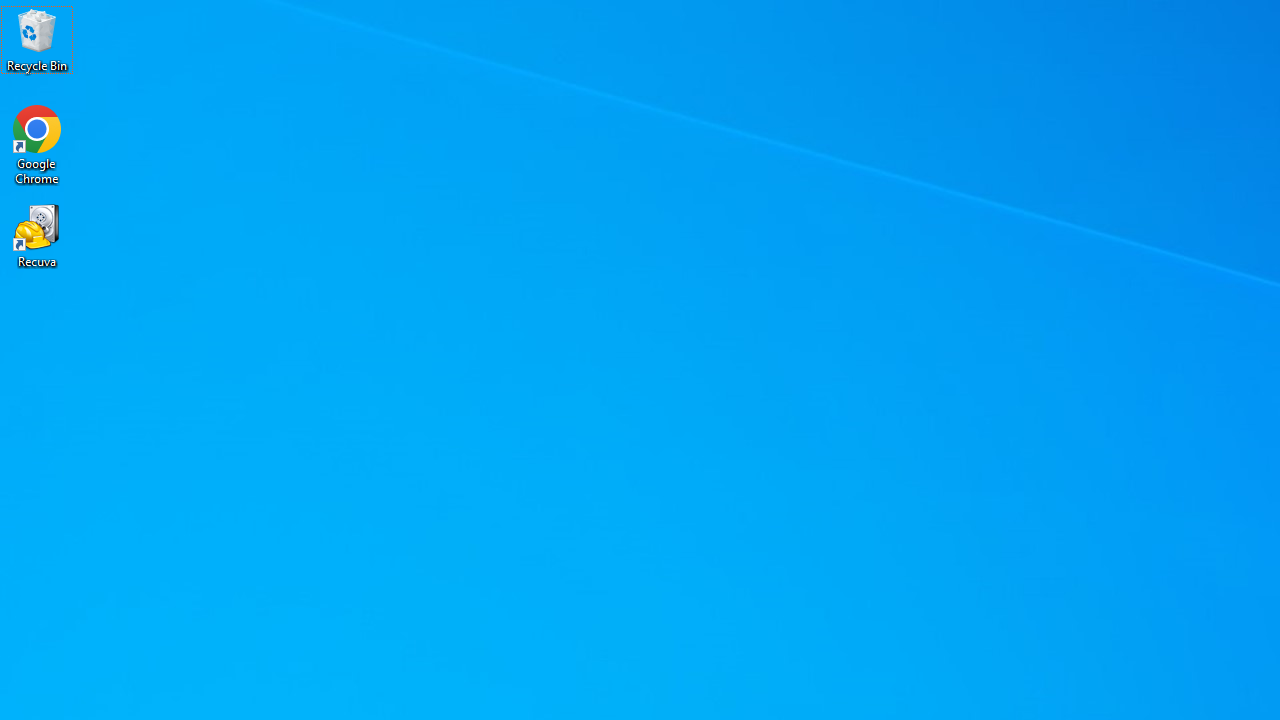 The image size is (1280, 720). What do you see at coordinates (37, 144) in the screenshot?
I see `'Google Chrome'` at bounding box center [37, 144].